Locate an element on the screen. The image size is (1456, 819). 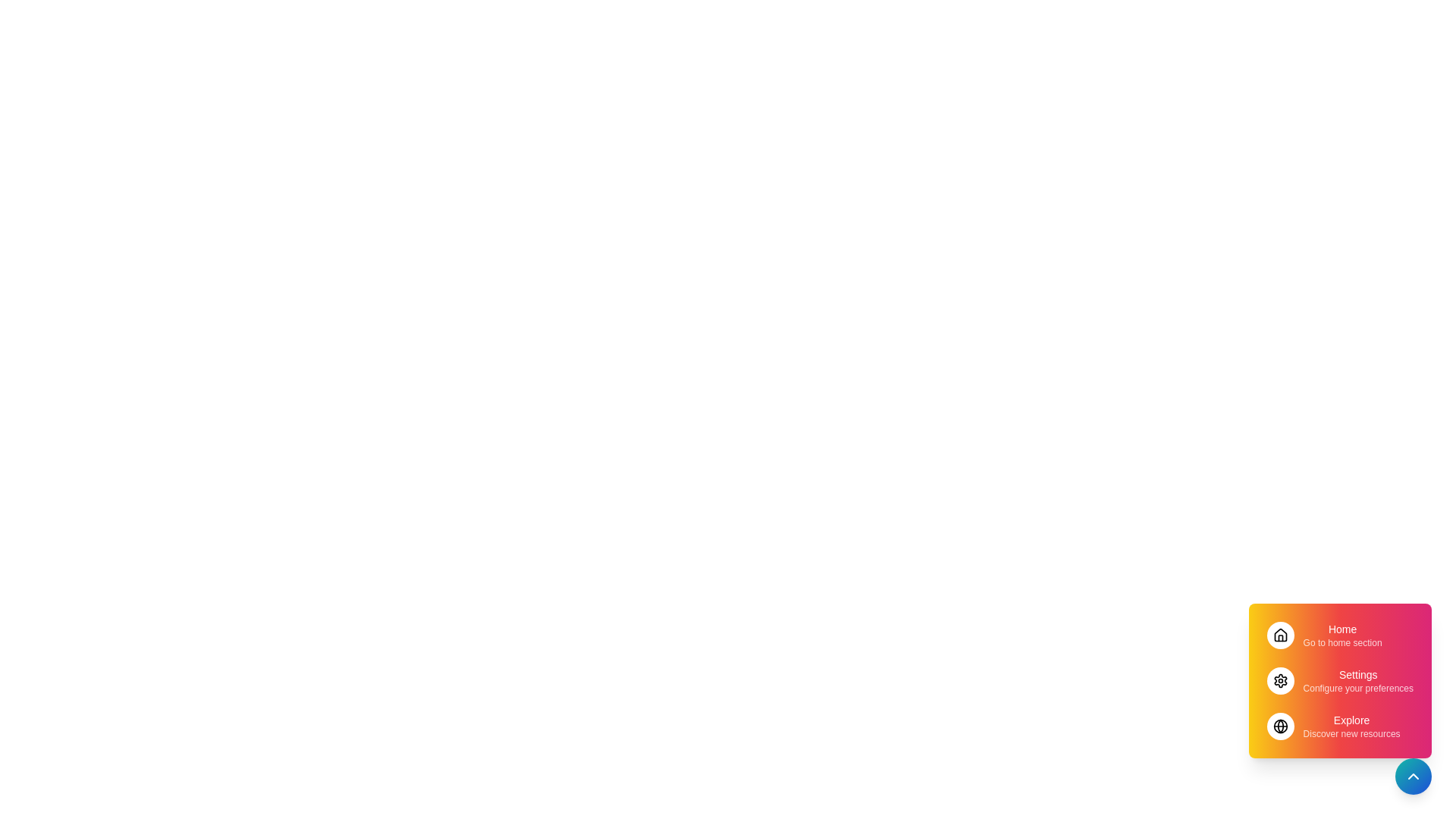
toggle button at the bottom-right corner to toggle the visibility of the menu is located at coordinates (1412, 776).